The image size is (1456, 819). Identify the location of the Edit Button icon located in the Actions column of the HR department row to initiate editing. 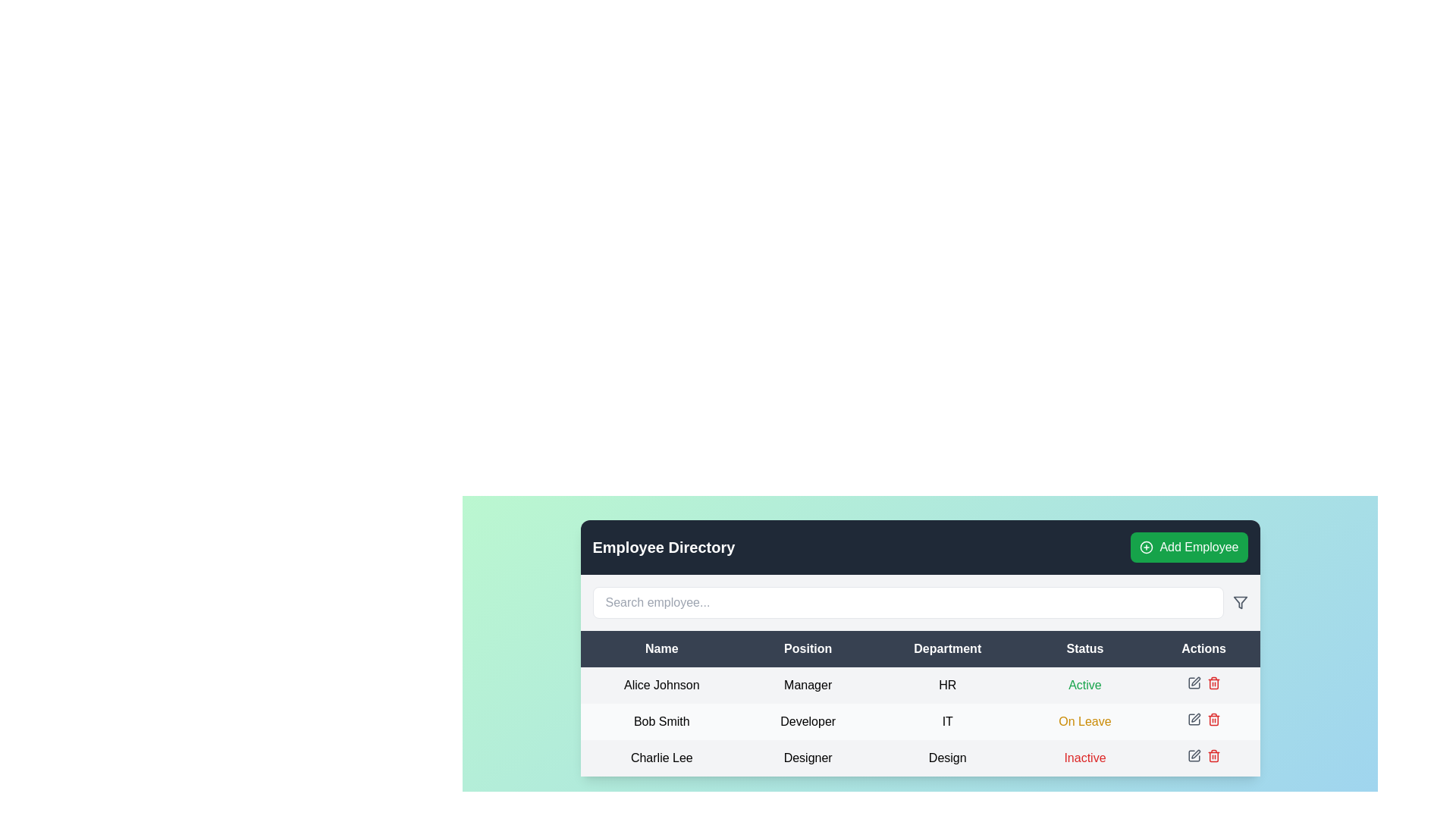
(1193, 683).